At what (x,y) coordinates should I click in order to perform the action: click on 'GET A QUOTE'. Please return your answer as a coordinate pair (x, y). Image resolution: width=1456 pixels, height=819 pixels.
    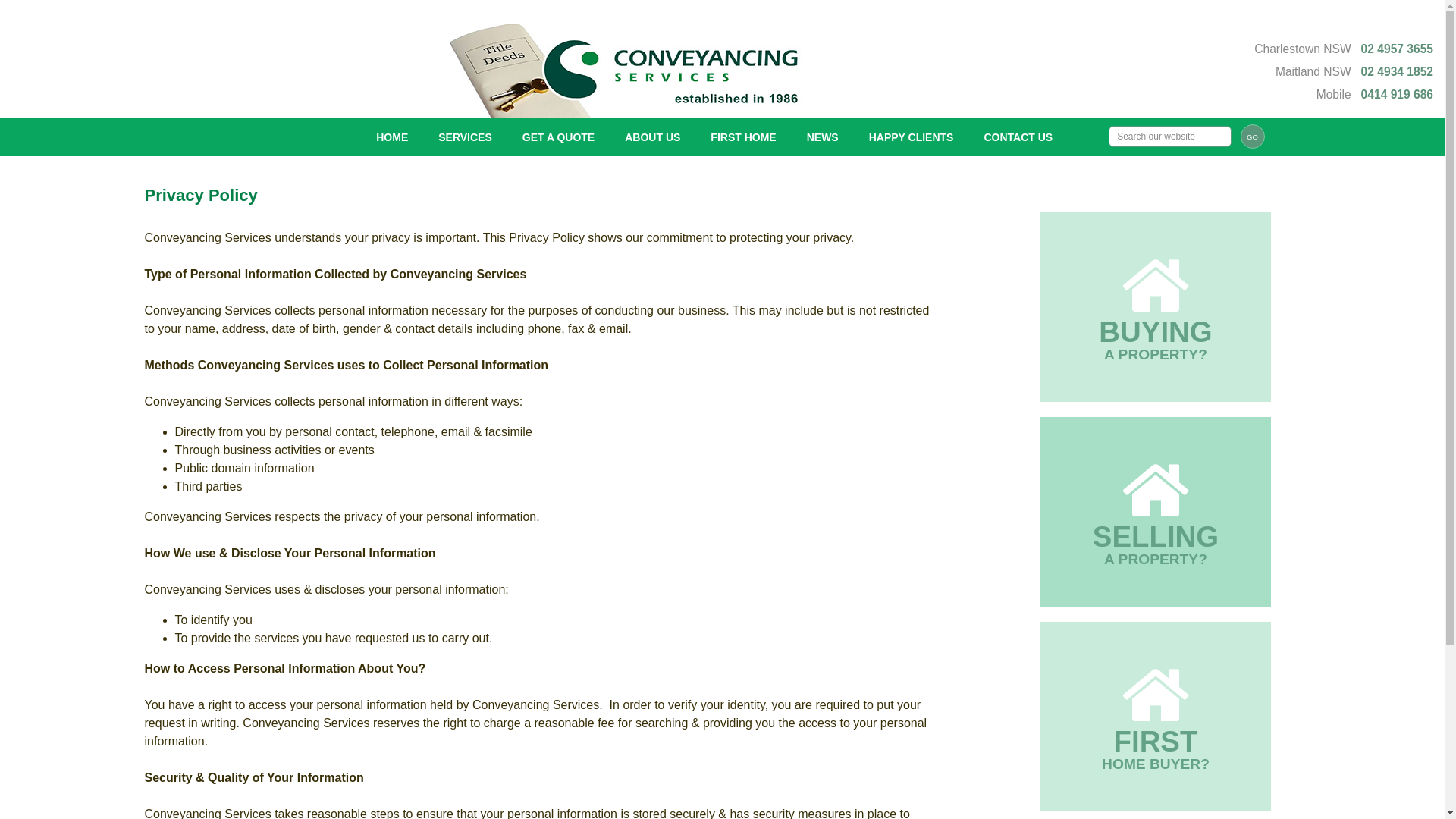
    Looking at the image, I should click on (507, 137).